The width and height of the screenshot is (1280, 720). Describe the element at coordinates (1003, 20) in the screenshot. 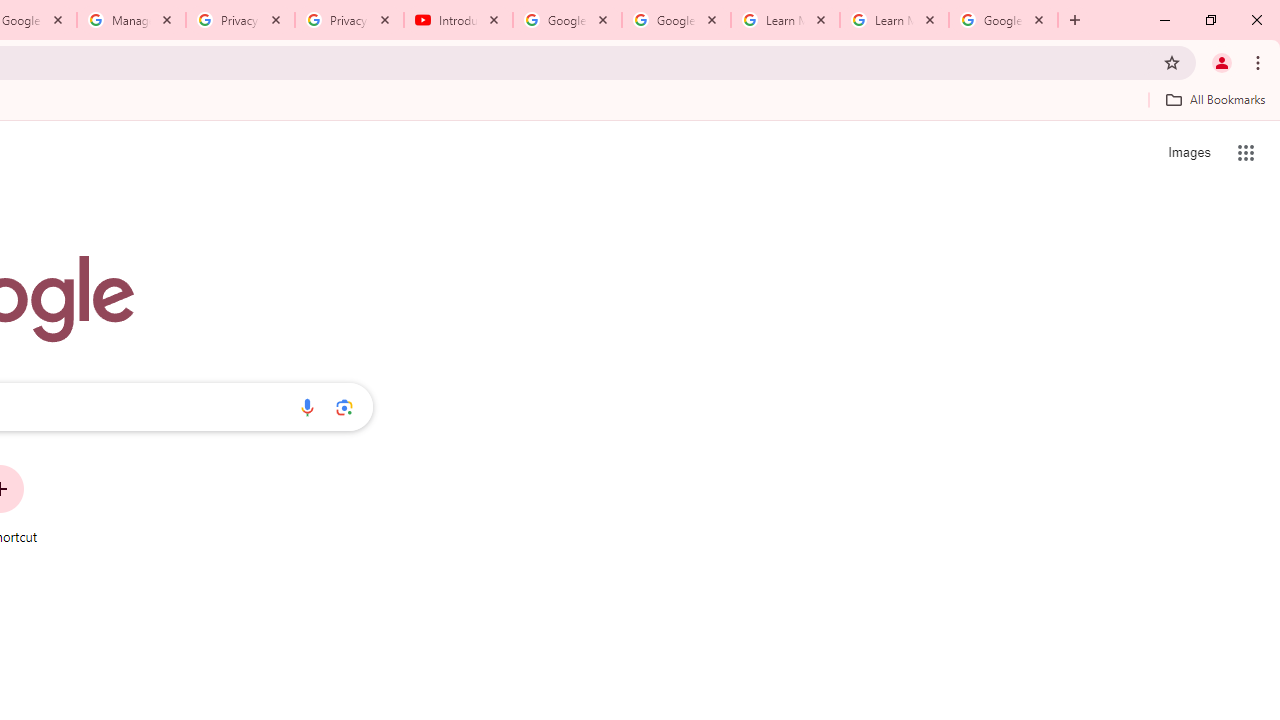

I see `'Google Account'` at that location.